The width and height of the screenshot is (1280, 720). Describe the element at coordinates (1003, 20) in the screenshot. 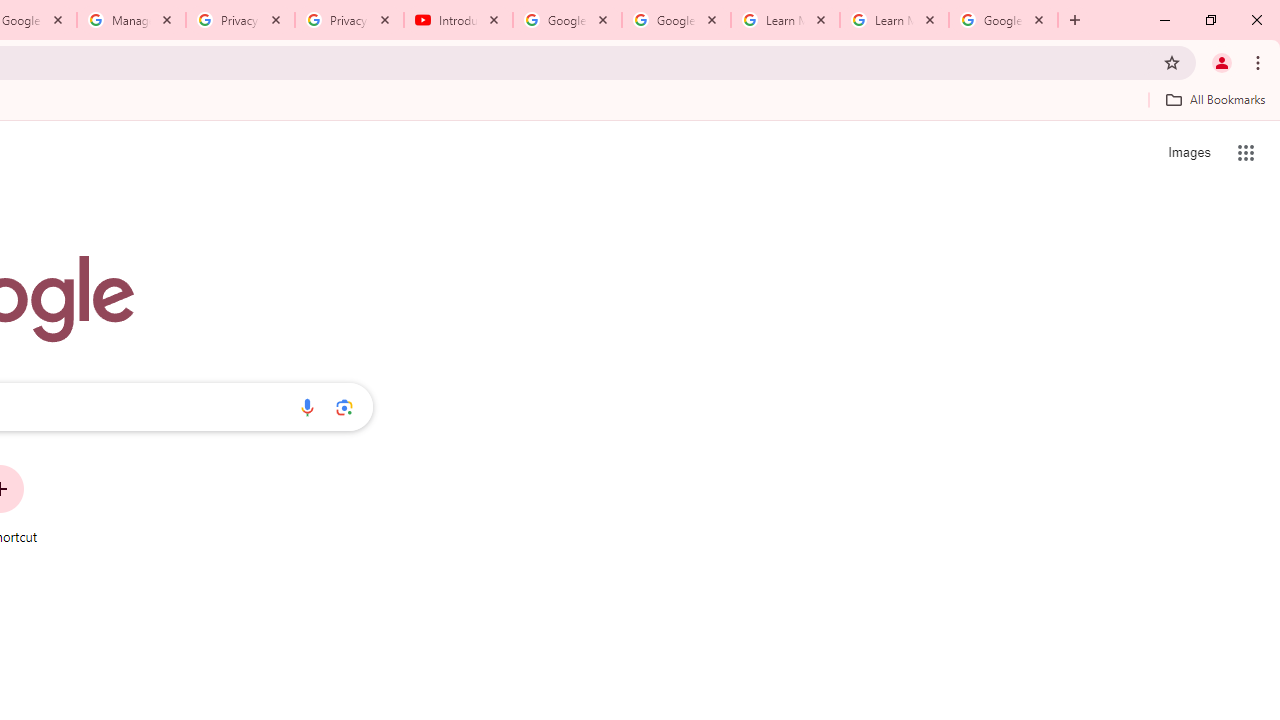

I see `'Google Account'` at that location.